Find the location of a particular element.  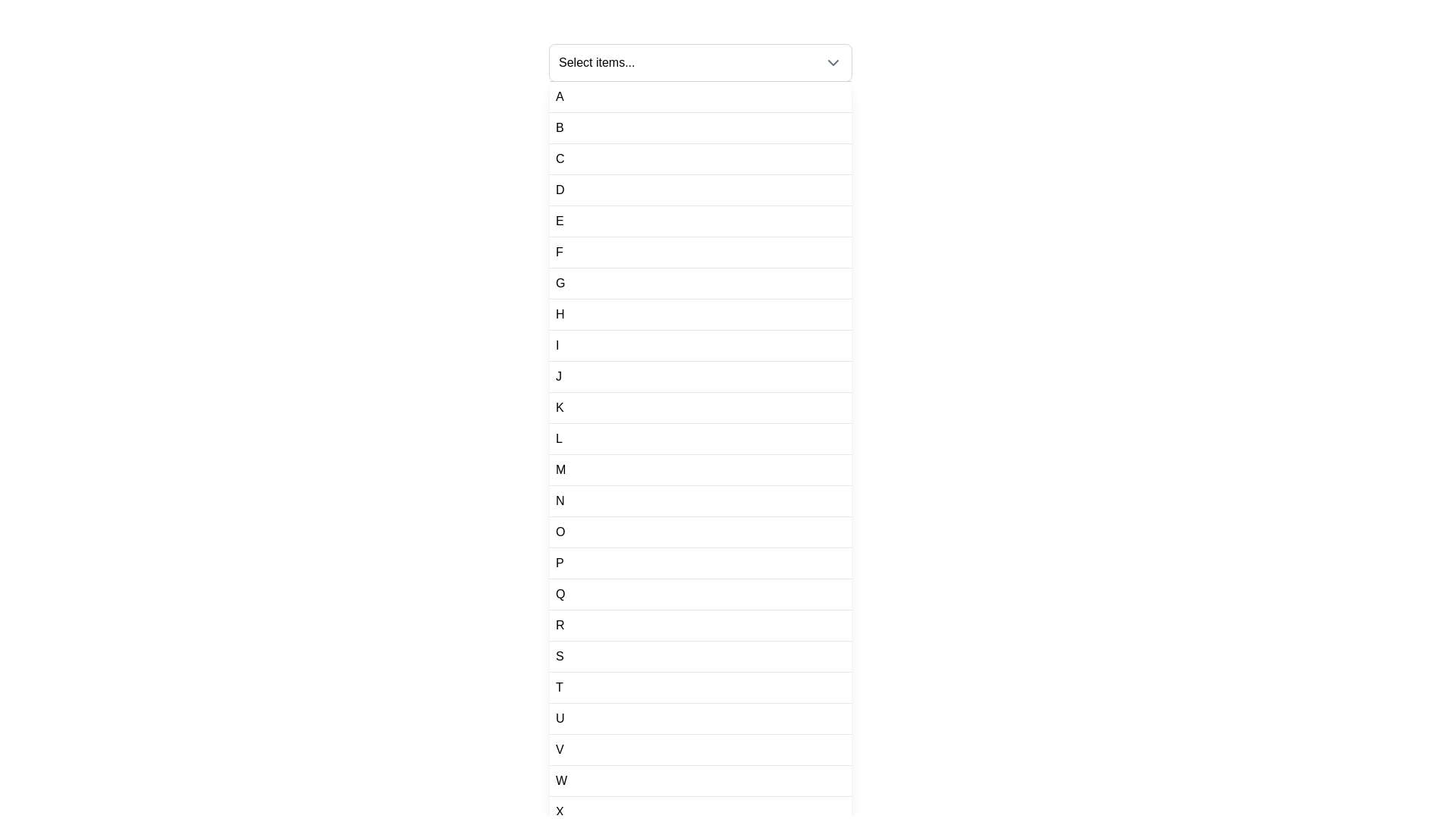

the list item representing the character 'M' in the alphabetized dropdown menu, which is the 13th option in the list is located at coordinates (700, 469).